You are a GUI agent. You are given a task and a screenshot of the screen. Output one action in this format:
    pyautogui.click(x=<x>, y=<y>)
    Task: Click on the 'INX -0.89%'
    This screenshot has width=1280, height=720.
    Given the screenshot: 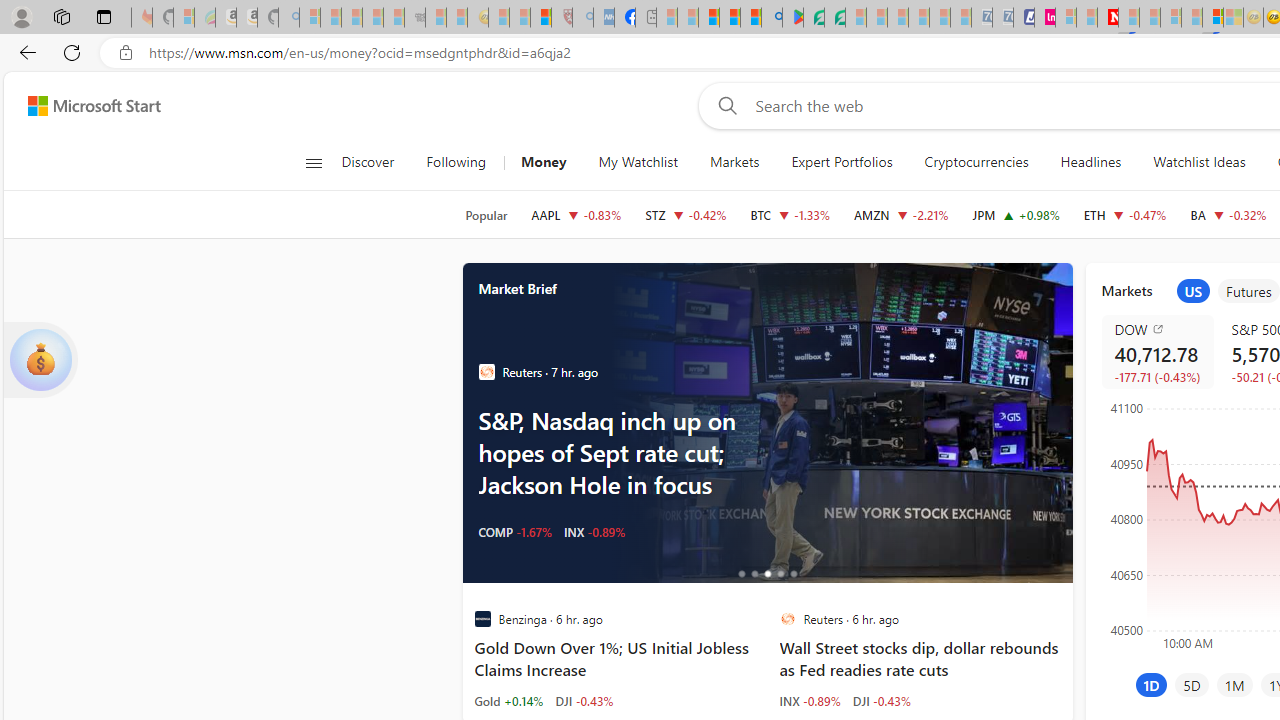 What is the action you would take?
    pyautogui.click(x=810, y=699)
    